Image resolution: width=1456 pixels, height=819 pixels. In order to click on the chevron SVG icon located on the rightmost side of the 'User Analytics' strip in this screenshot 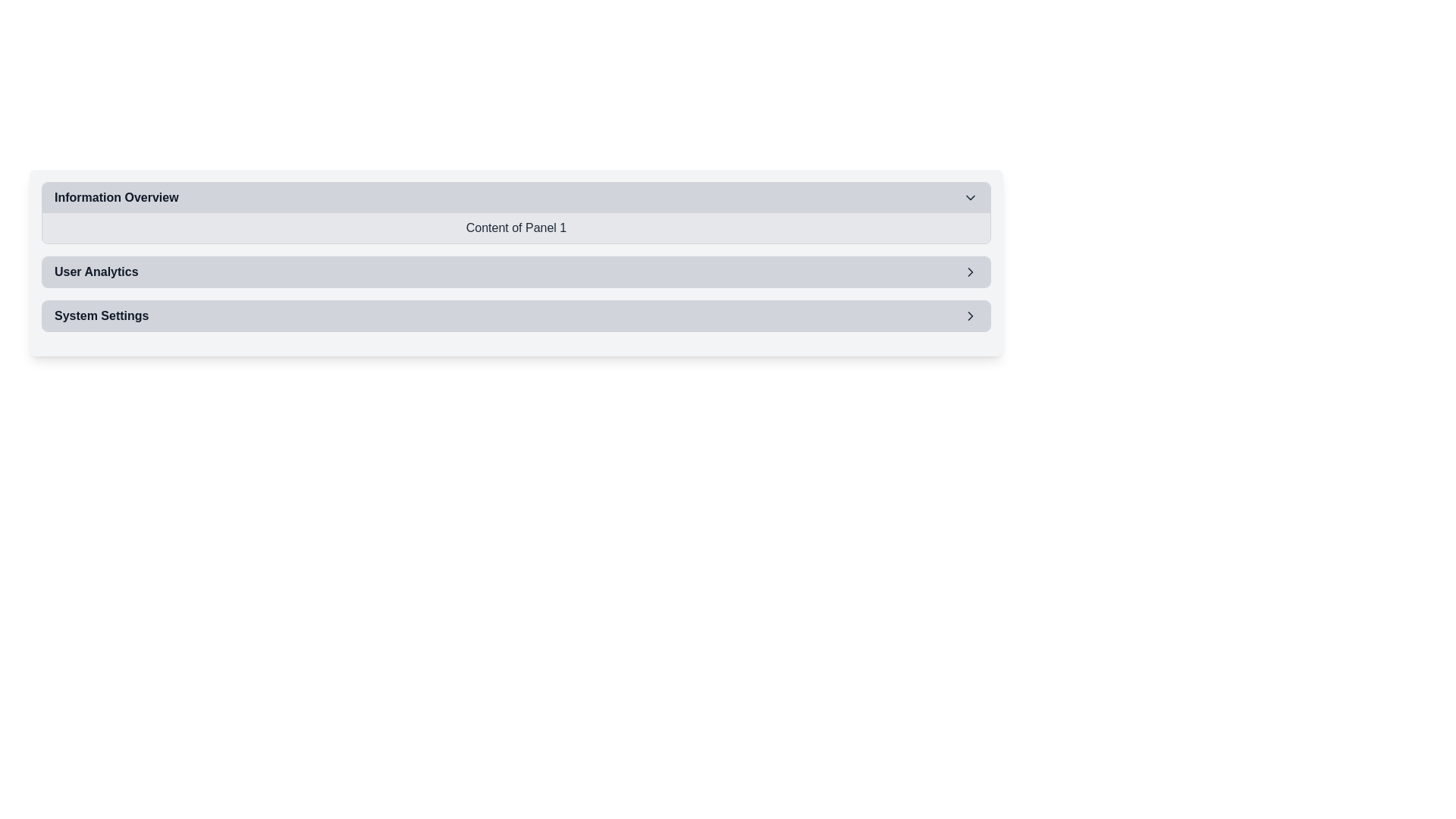, I will do `click(971, 271)`.